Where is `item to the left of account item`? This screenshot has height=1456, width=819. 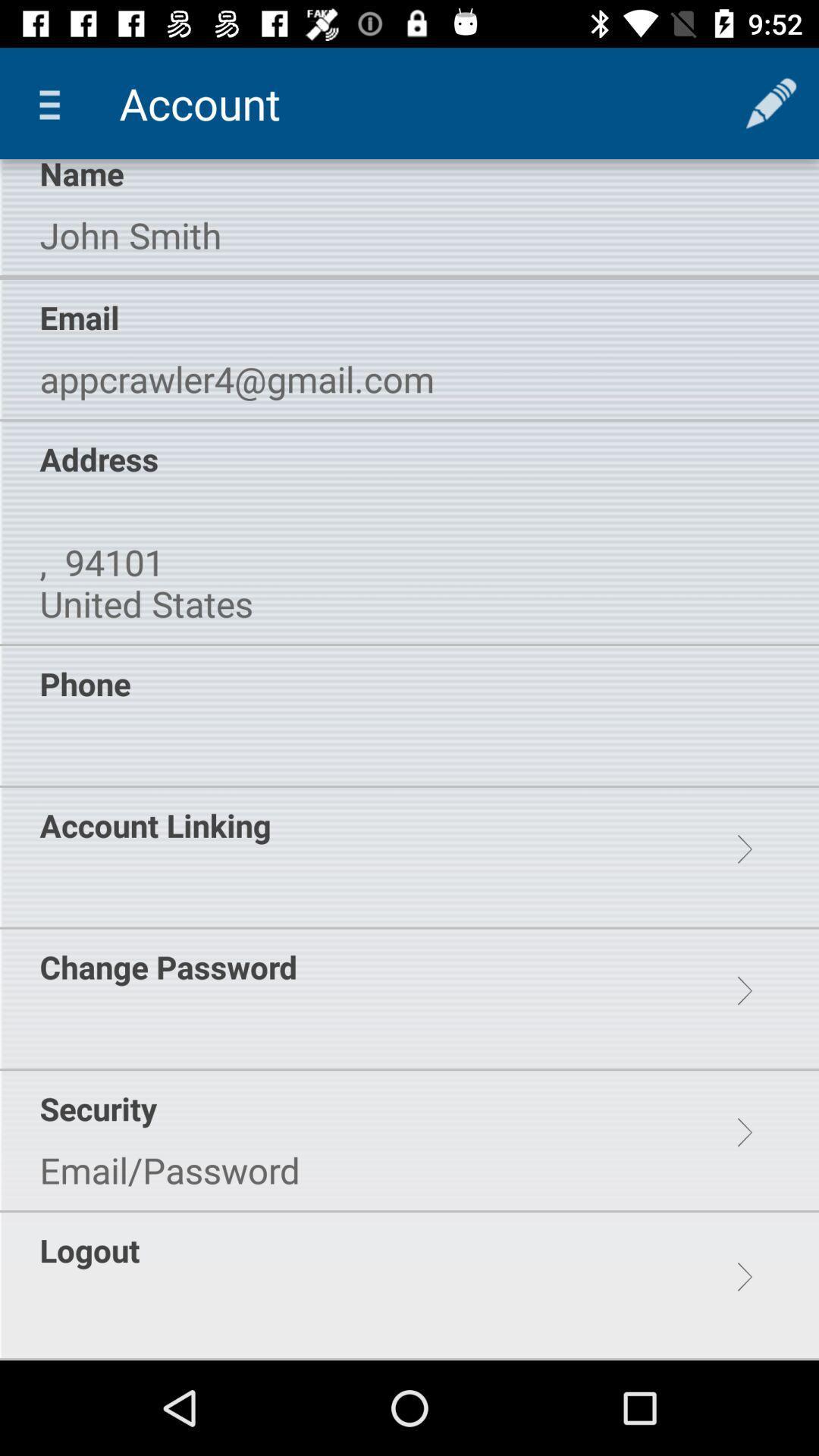
item to the left of account item is located at coordinates (55, 102).